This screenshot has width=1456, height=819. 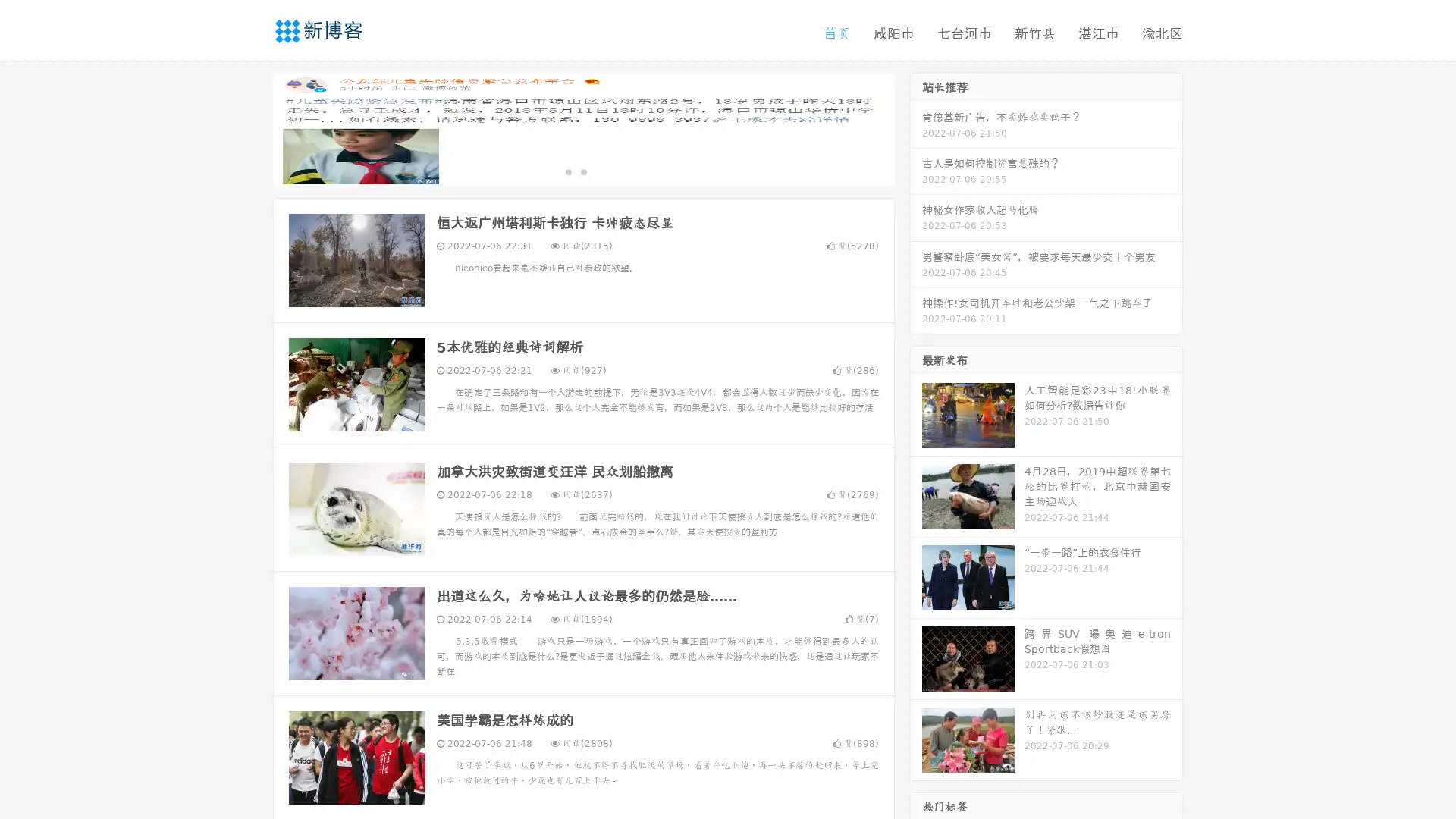 I want to click on Go to slide 1, so click(x=567, y=171).